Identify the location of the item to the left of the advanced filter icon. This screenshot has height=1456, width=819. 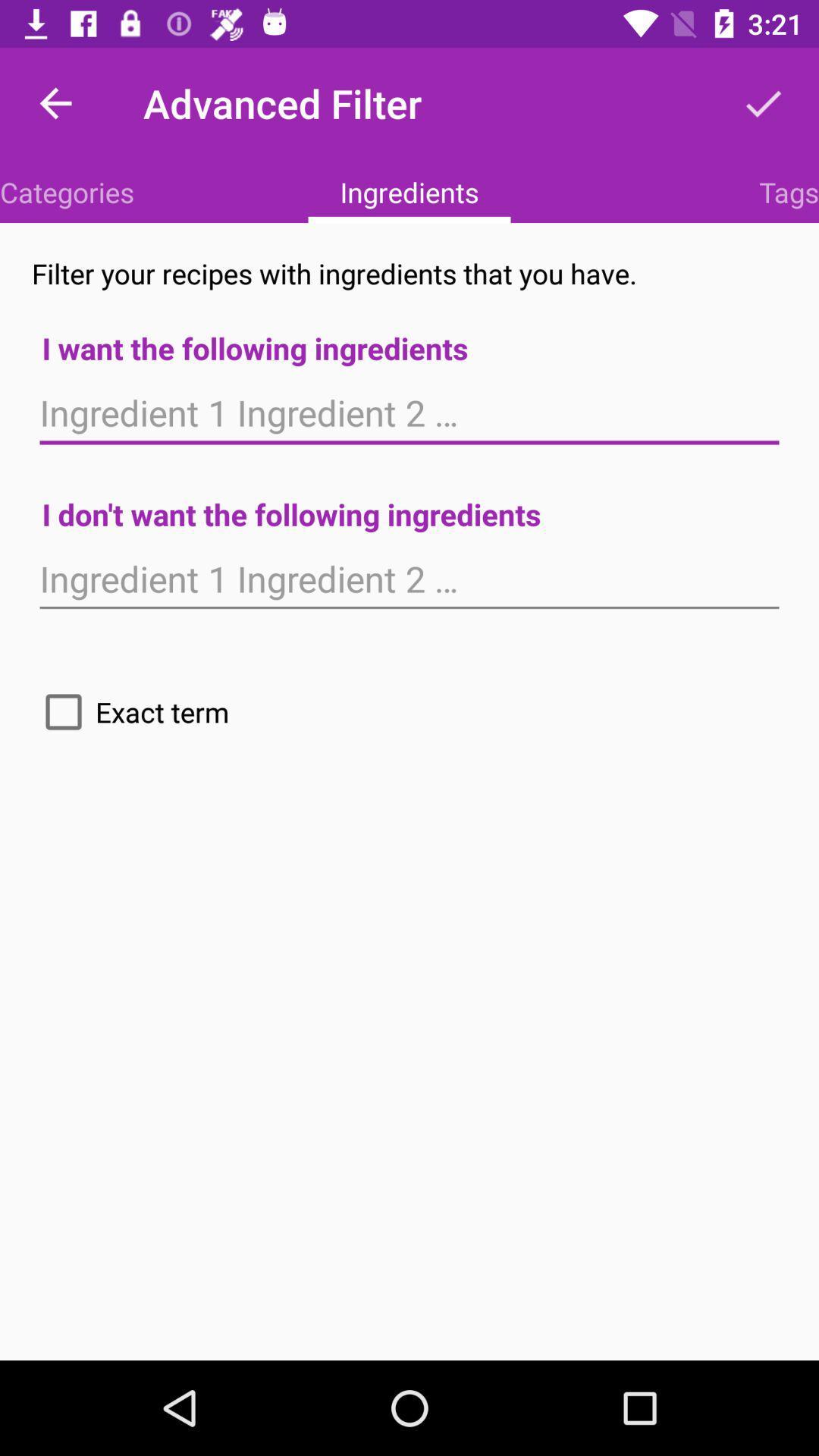
(55, 102).